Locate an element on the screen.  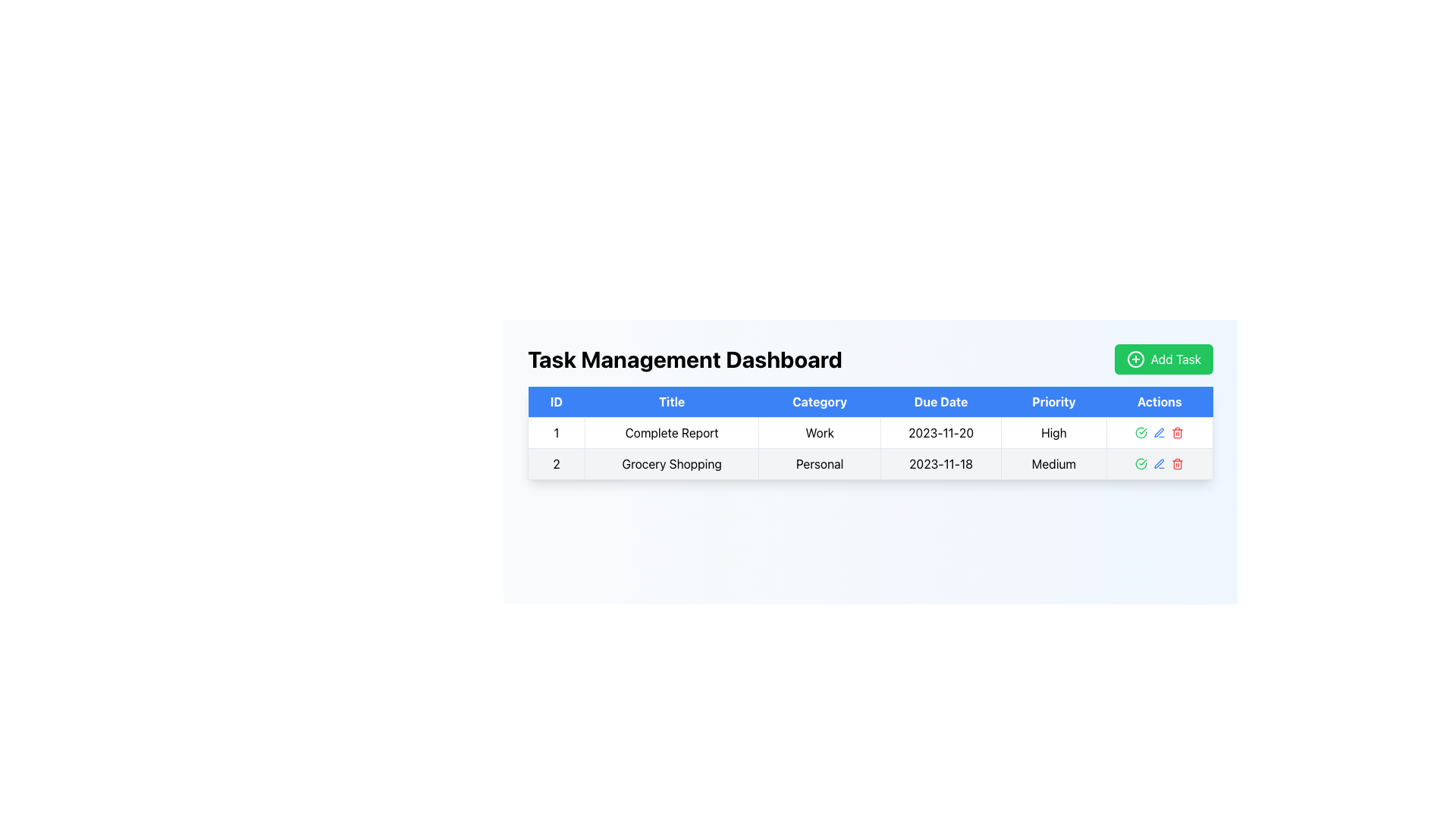
the edit icon in the 'Actions' cell of the second row of the table is located at coordinates (1159, 463).